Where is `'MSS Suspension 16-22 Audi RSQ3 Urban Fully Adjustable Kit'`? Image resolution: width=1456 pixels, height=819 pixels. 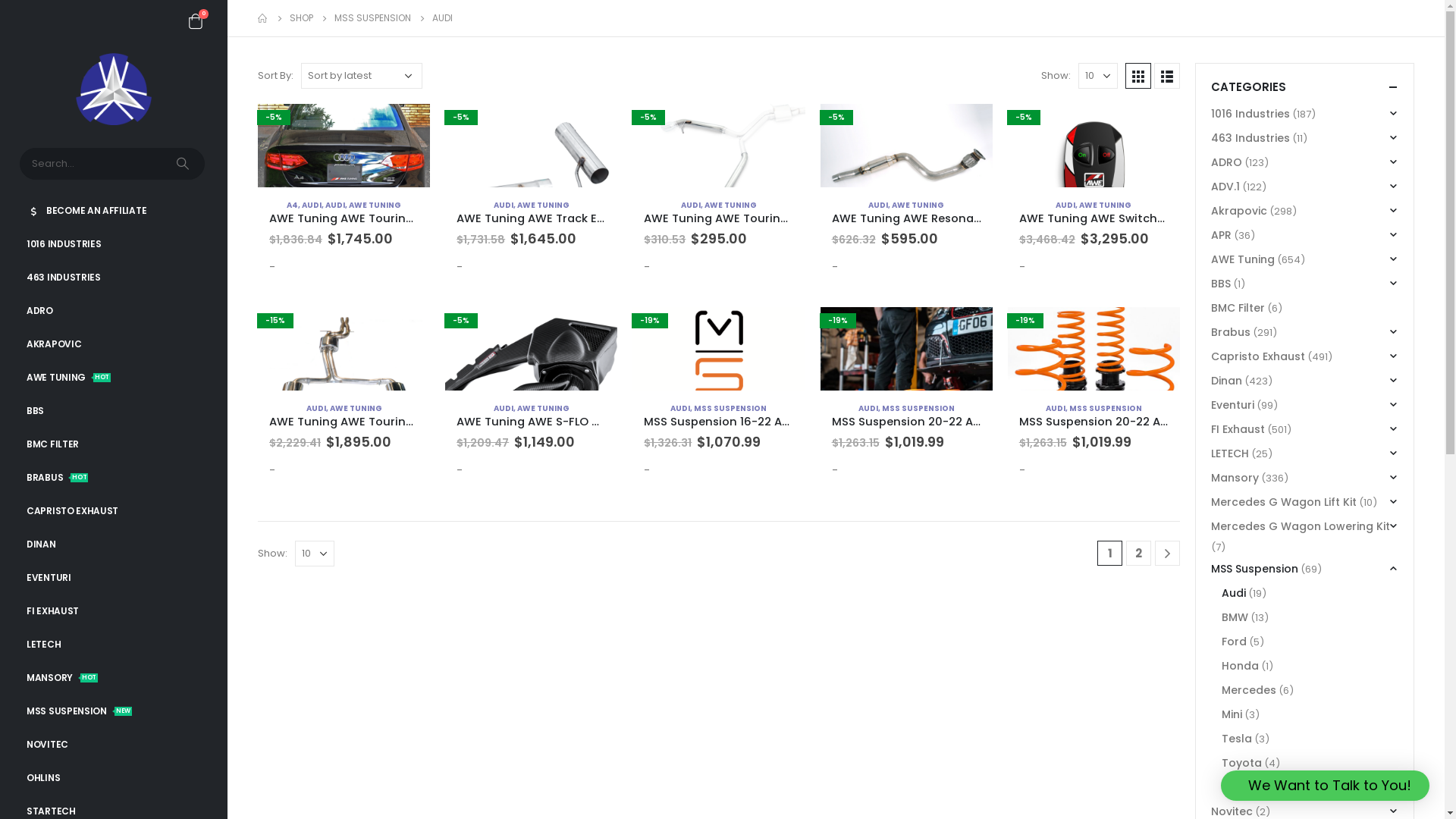
'MSS Suspension 16-22 Audi RSQ3 Urban Fully Adjustable Kit' is located at coordinates (644, 422).